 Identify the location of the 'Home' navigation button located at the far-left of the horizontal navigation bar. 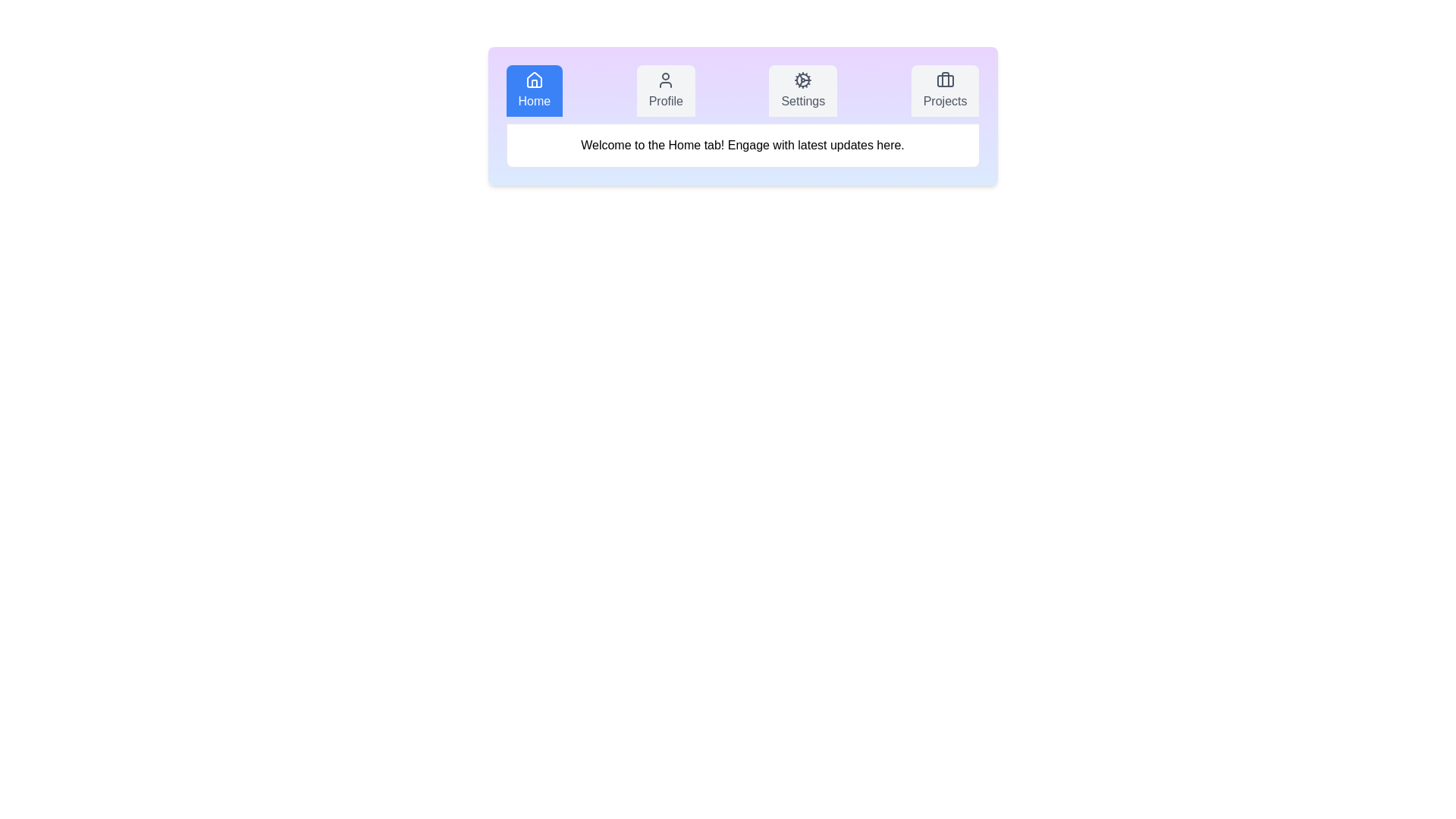
(534, 90).